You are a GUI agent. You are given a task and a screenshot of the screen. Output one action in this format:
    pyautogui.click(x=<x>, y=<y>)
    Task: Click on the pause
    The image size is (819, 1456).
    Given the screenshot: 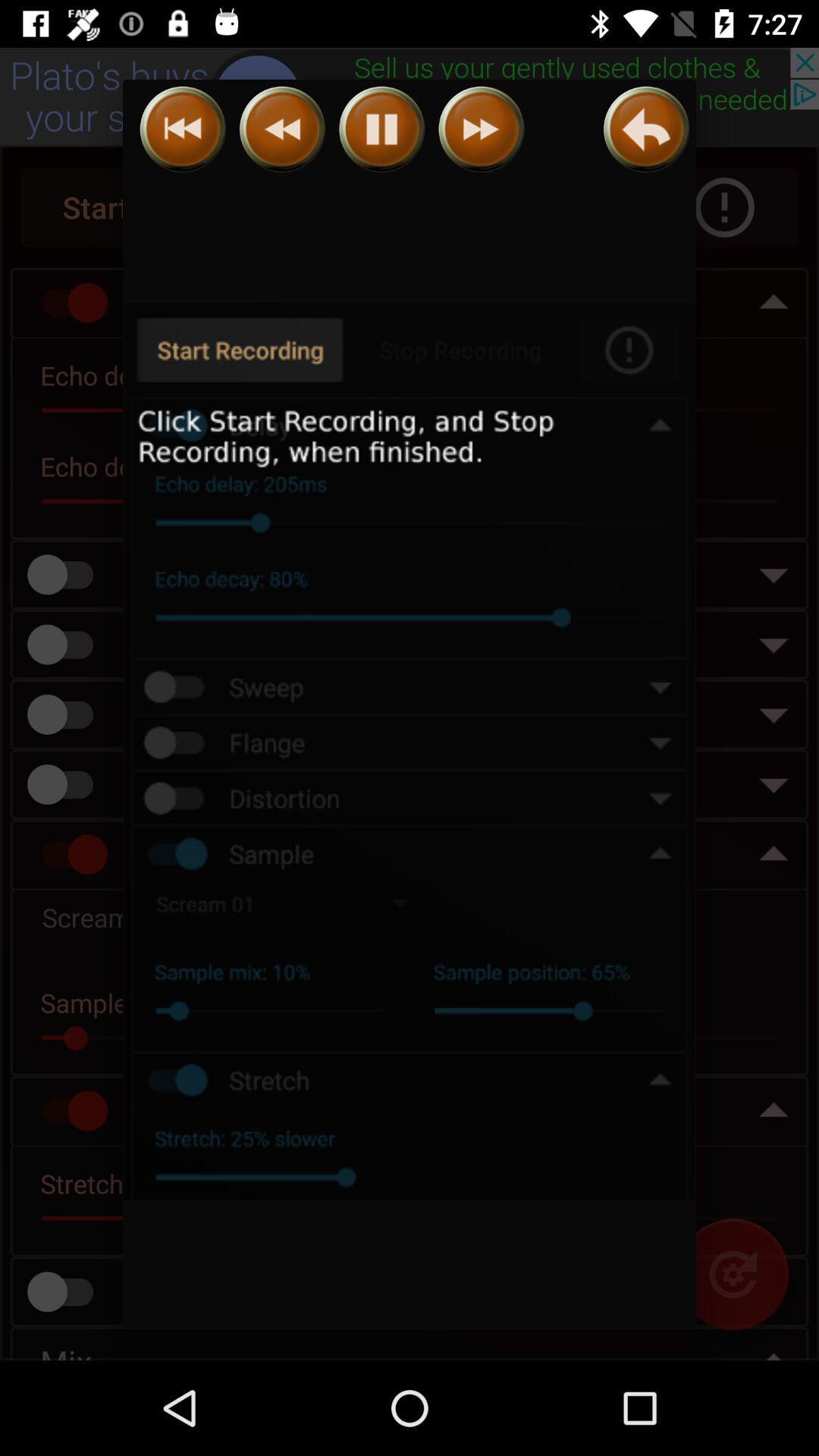 What is the action you would take?
    pyautogui.click(x=381, y=129)
    